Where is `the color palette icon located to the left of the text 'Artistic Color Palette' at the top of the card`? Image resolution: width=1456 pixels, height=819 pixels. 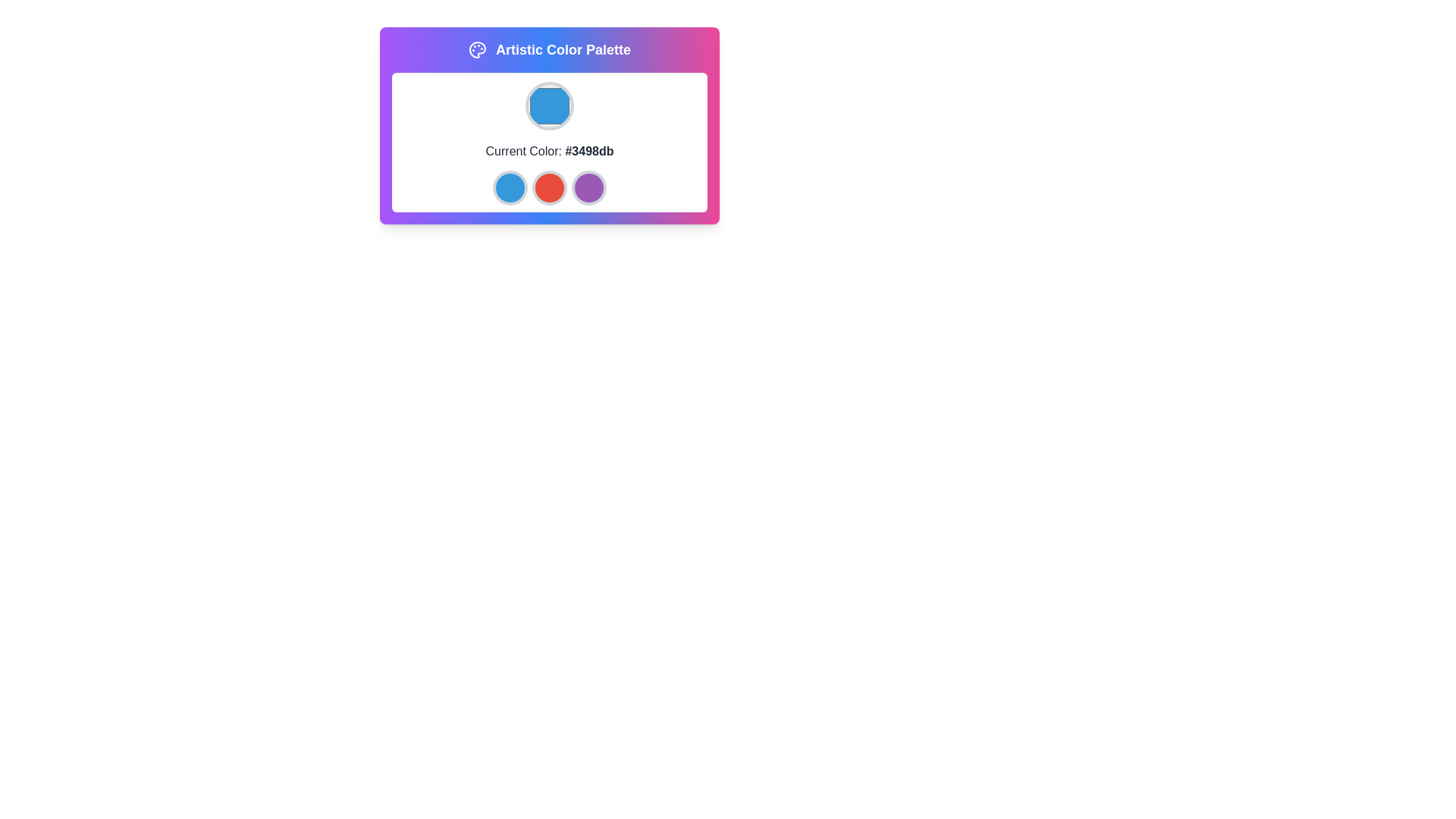 the color palette icon located to the left of the text 'Artistic Color Palette' at the top of the card is located at coordinates (476, 49).